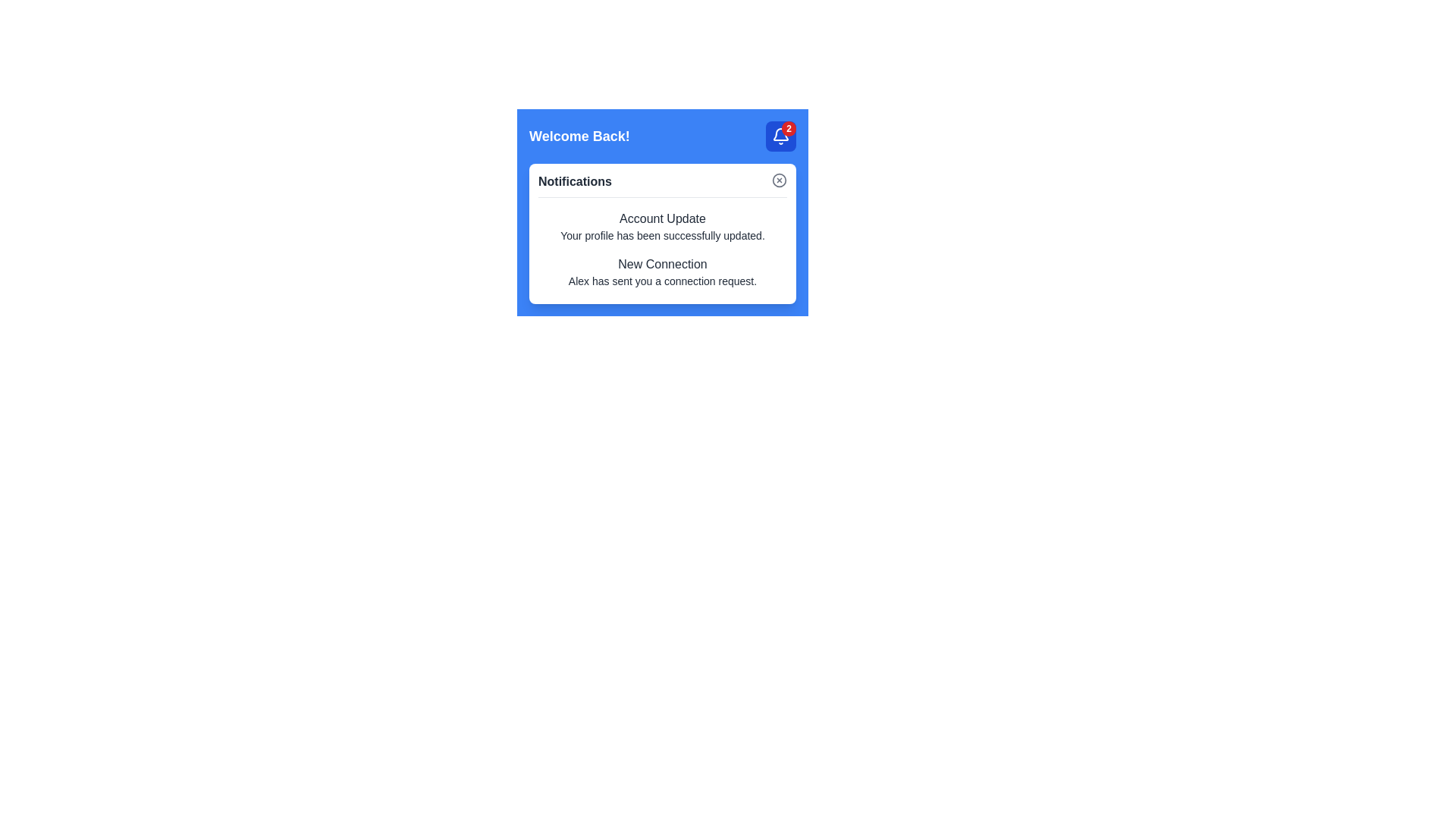 This screenshot has width=1456, height=819. Describe the element at coordinates (662, 281) in the screenshot. I see `text label that says 'Alex has sent you a connection request.' which is located below the 'New Connection' heading in the Notifications section` at that location.